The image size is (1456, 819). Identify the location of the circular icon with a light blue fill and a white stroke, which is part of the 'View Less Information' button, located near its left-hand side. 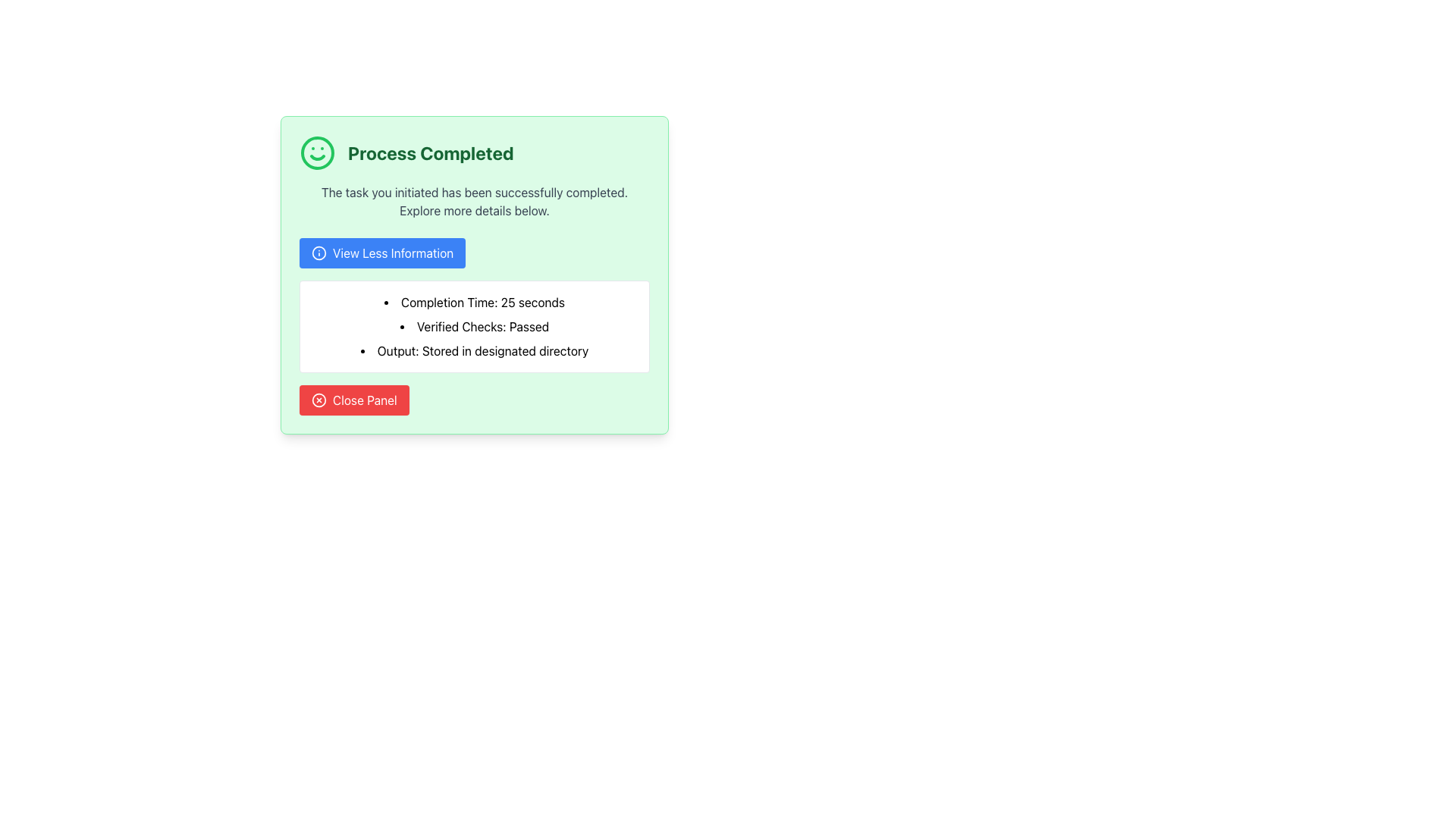
(318, 253).